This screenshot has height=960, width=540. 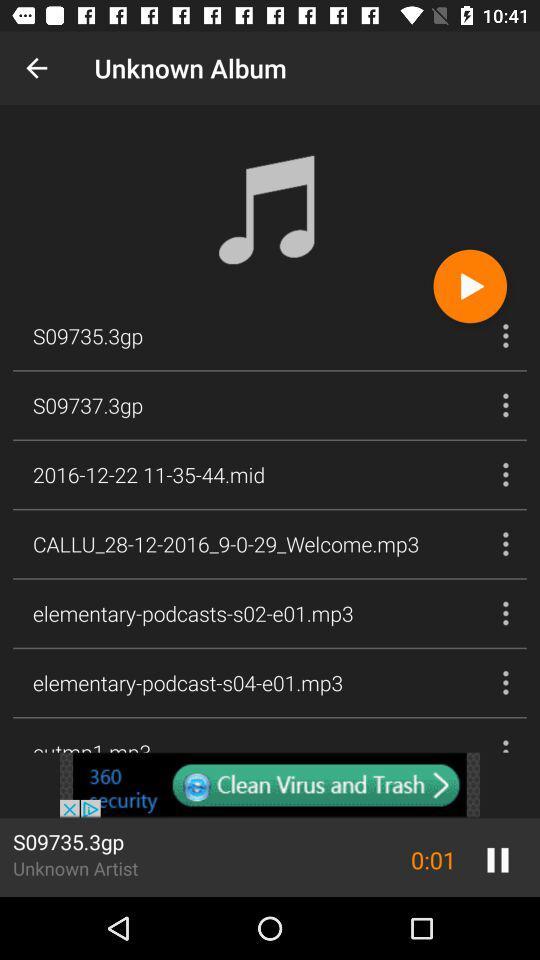 What do you see at coordinates (496, 859) in the screenshot?
I see `the pause icon` at bounding box center [496, 859].